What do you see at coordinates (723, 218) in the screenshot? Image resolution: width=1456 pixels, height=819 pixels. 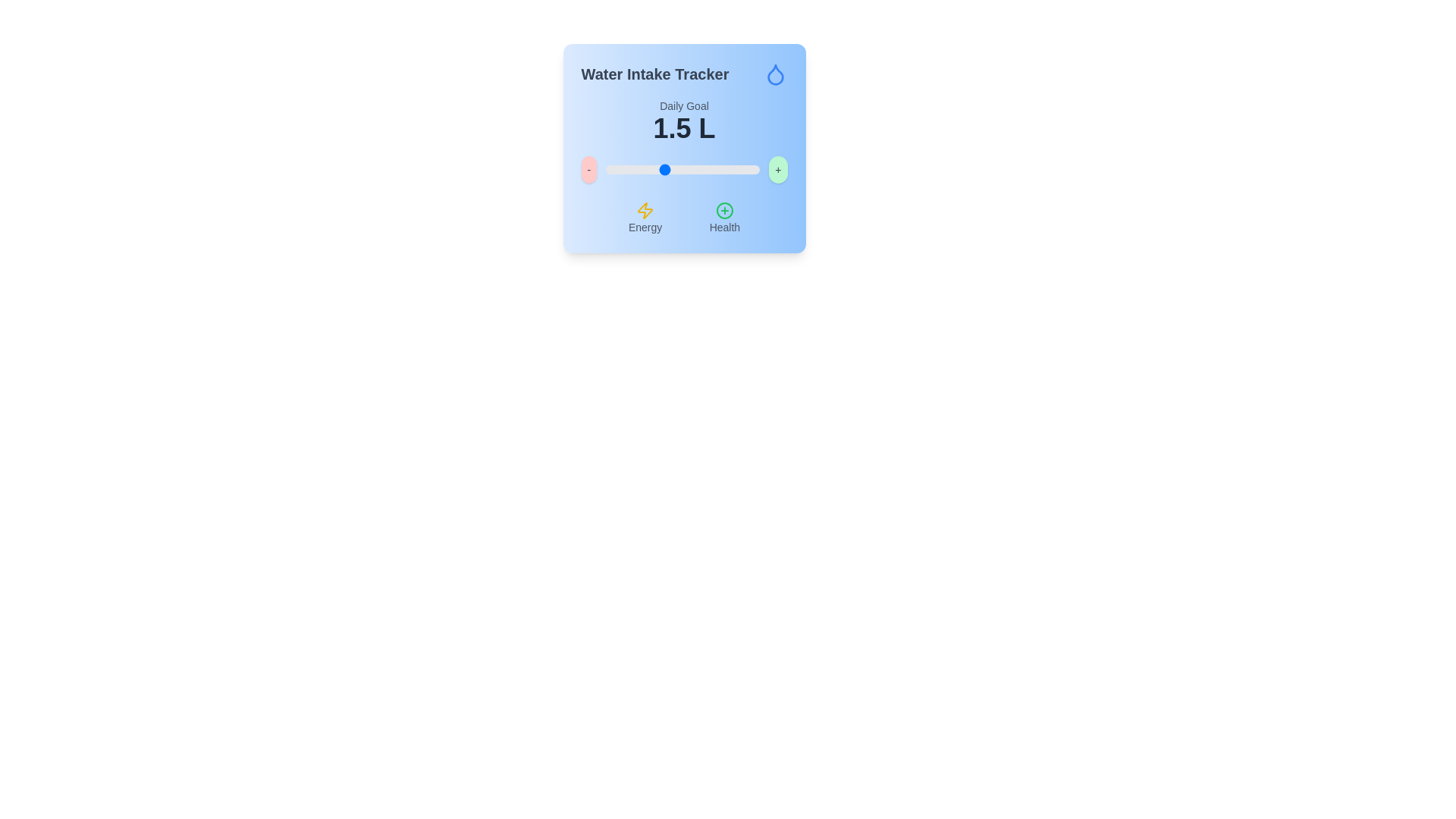 I see `the health metrics text element located on the lower-right section of the interface, positioned to the right of the 'Energy' label` at bounding box center [723, 218].